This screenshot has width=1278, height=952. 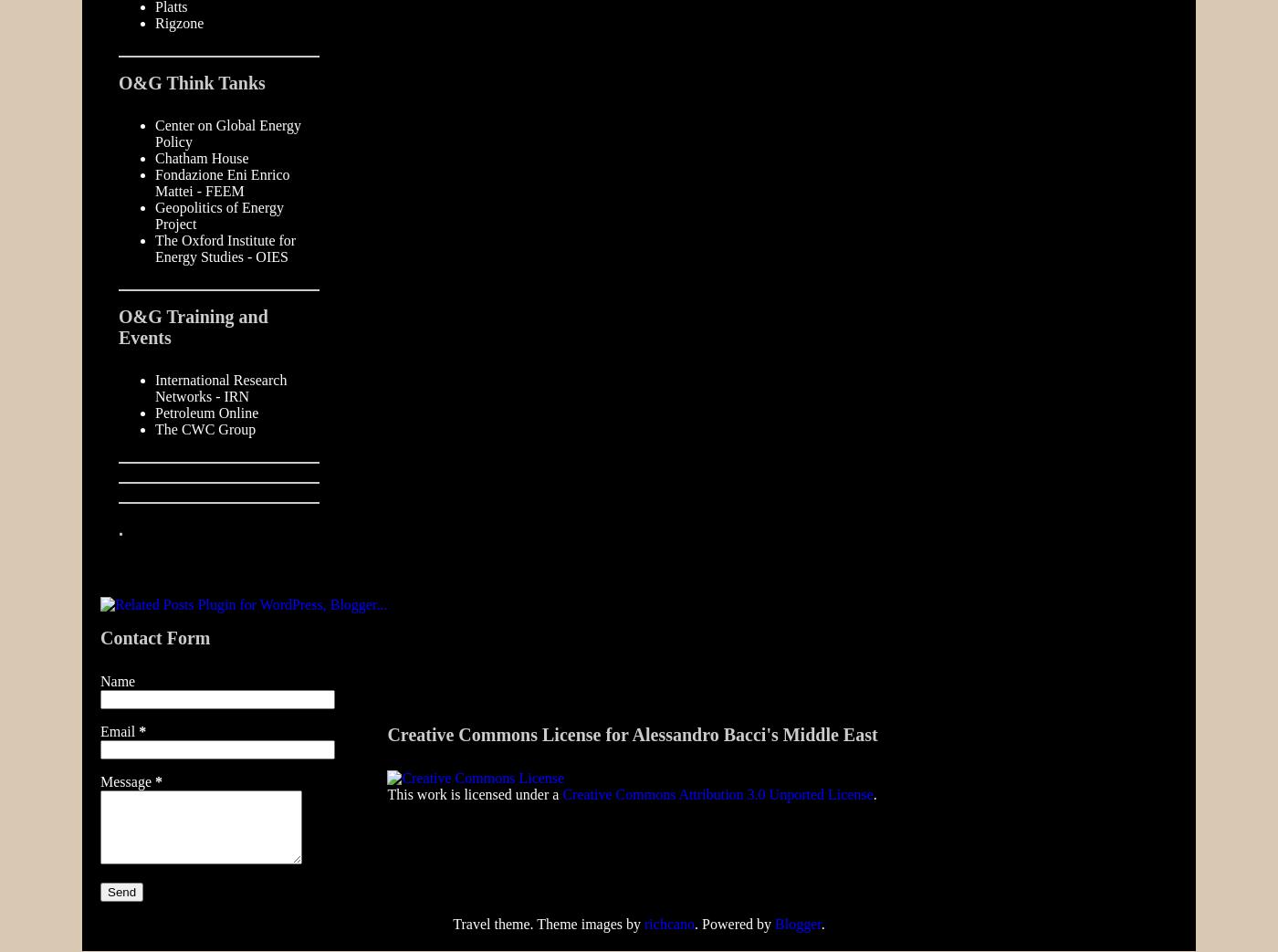 I want to click on 'Name', so click(x=117, y=680).